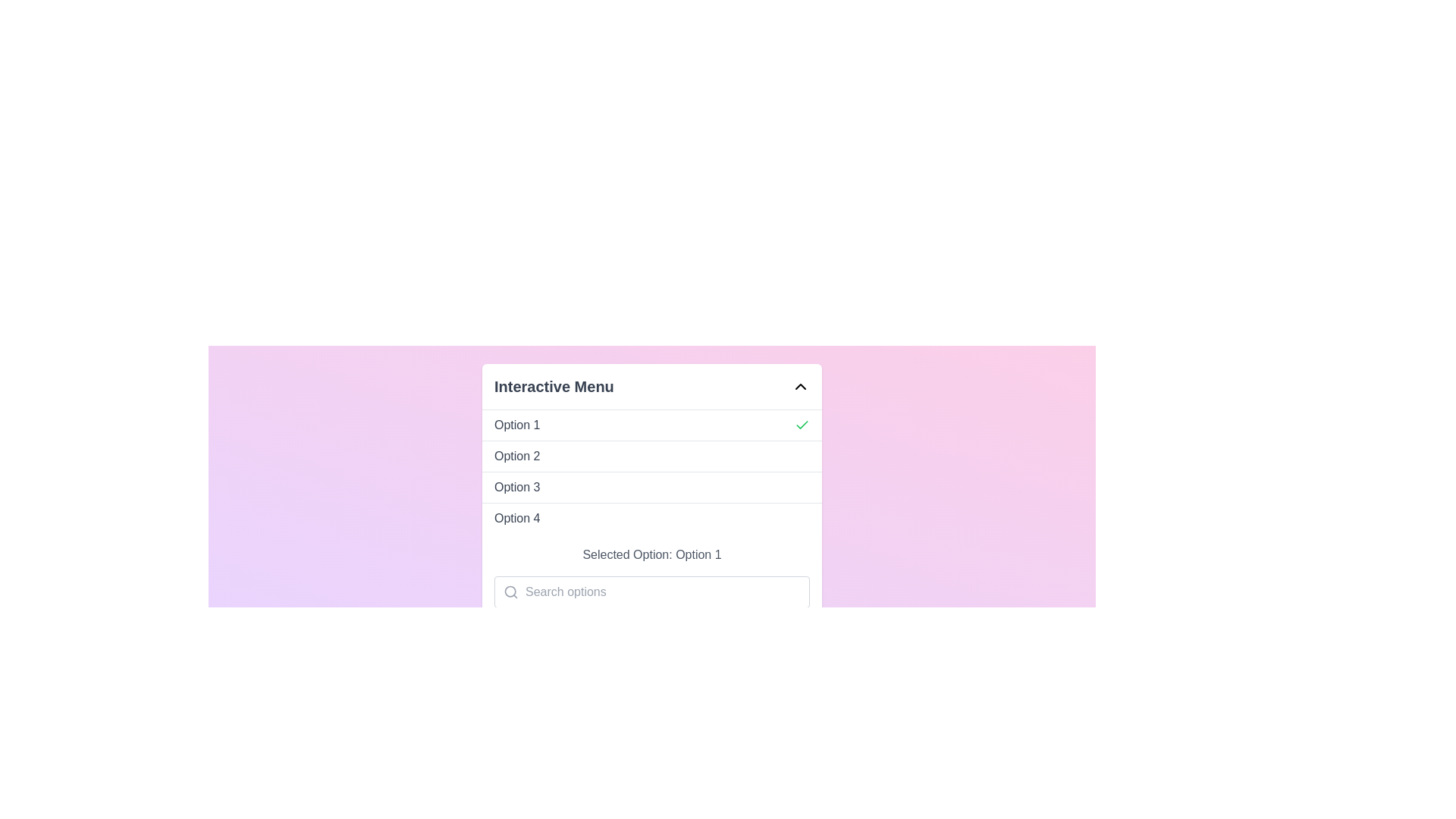 This screenshot has width=1456, height=819. I want to click on the 'Option 2' menu item, so click(651, 455).